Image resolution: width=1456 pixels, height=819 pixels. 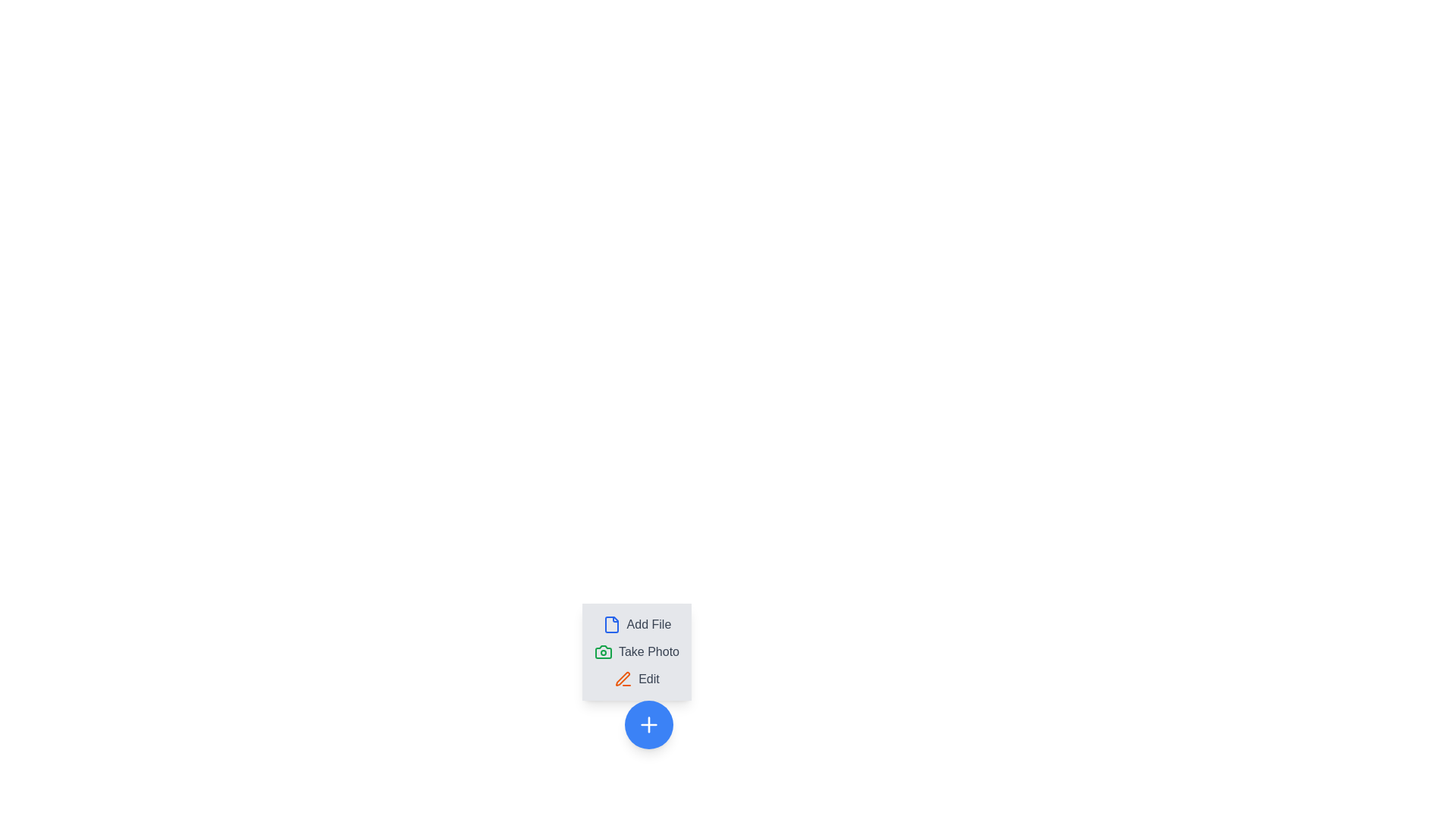 I want to click on the text label indicating an editing action, which is located at the bottom right corner of the menu card, to the right of the orange pencil icon, so click(x=648, y=678).